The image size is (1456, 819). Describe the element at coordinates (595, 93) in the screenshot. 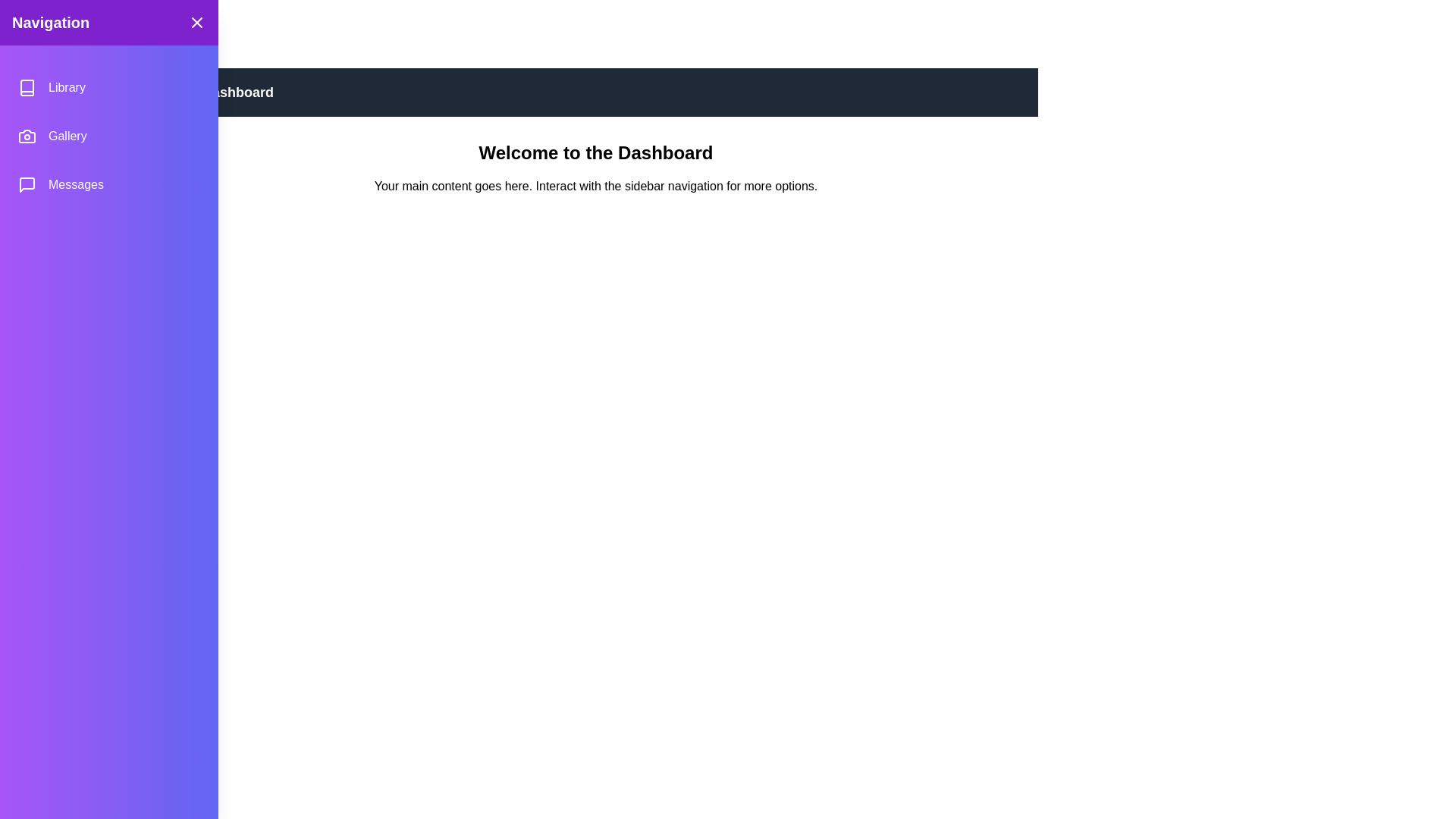

I see `the header bar indicating the 'Dashboard' page for navigation context` at that location.